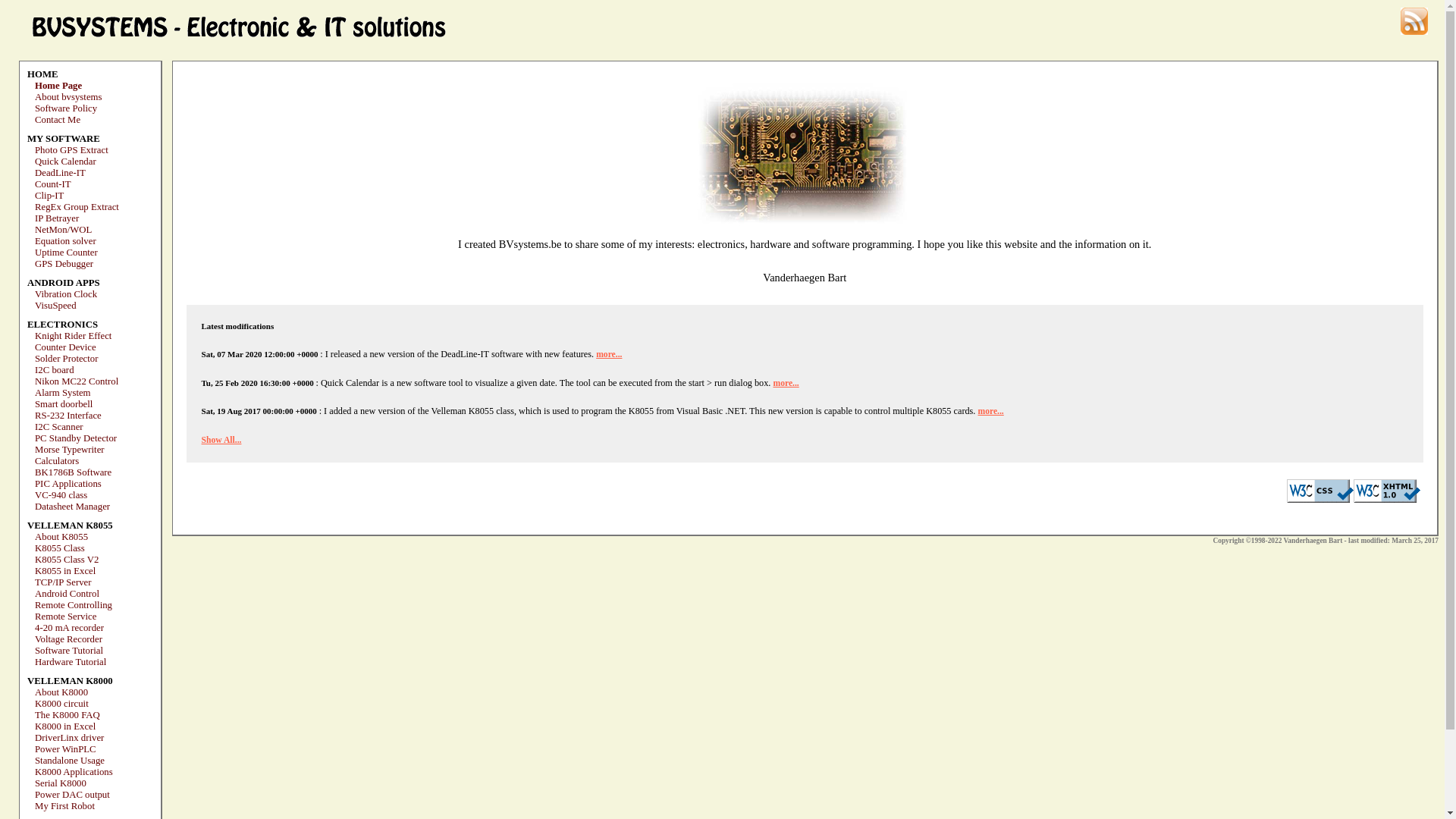  Describe the element at coordinates (67, 483) in the screenshot. I see `'PIC Applications'` at that location.